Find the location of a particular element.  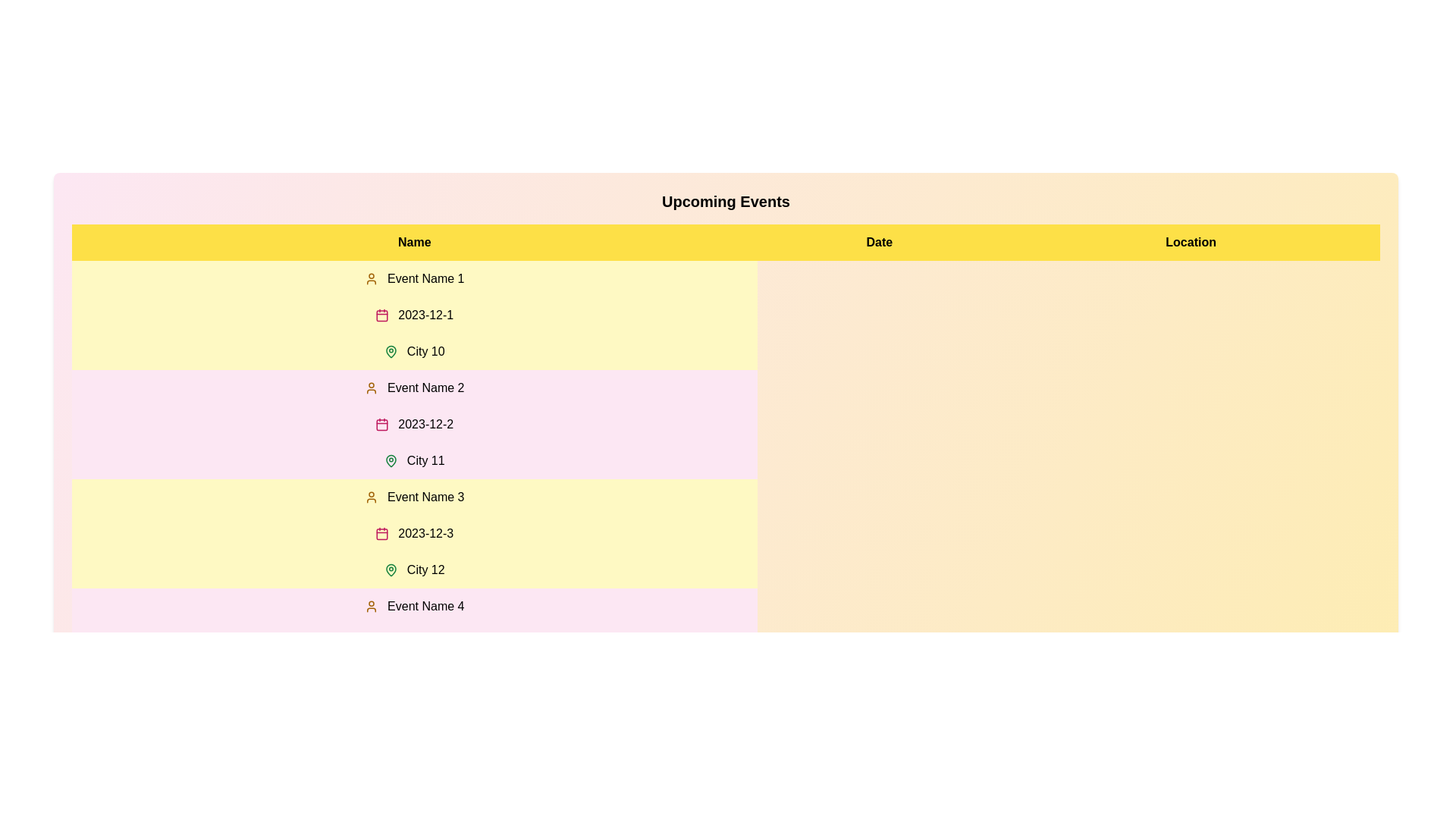

the row corresponding to 4 in the table is located at coordinates (414, 643).